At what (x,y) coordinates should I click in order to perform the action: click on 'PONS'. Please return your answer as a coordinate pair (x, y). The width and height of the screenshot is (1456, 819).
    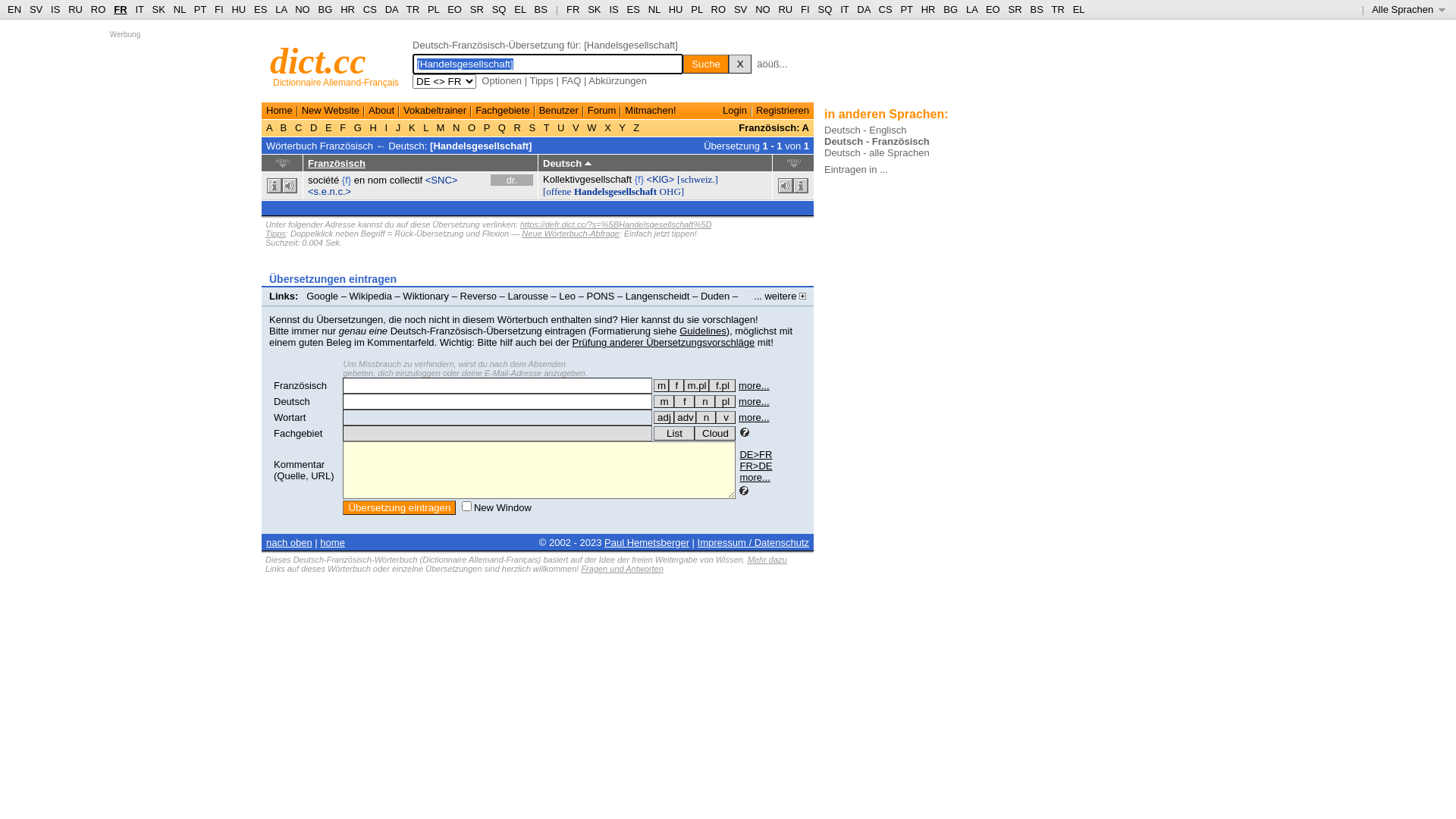
    Looking at the image, I should click on (600, 296).